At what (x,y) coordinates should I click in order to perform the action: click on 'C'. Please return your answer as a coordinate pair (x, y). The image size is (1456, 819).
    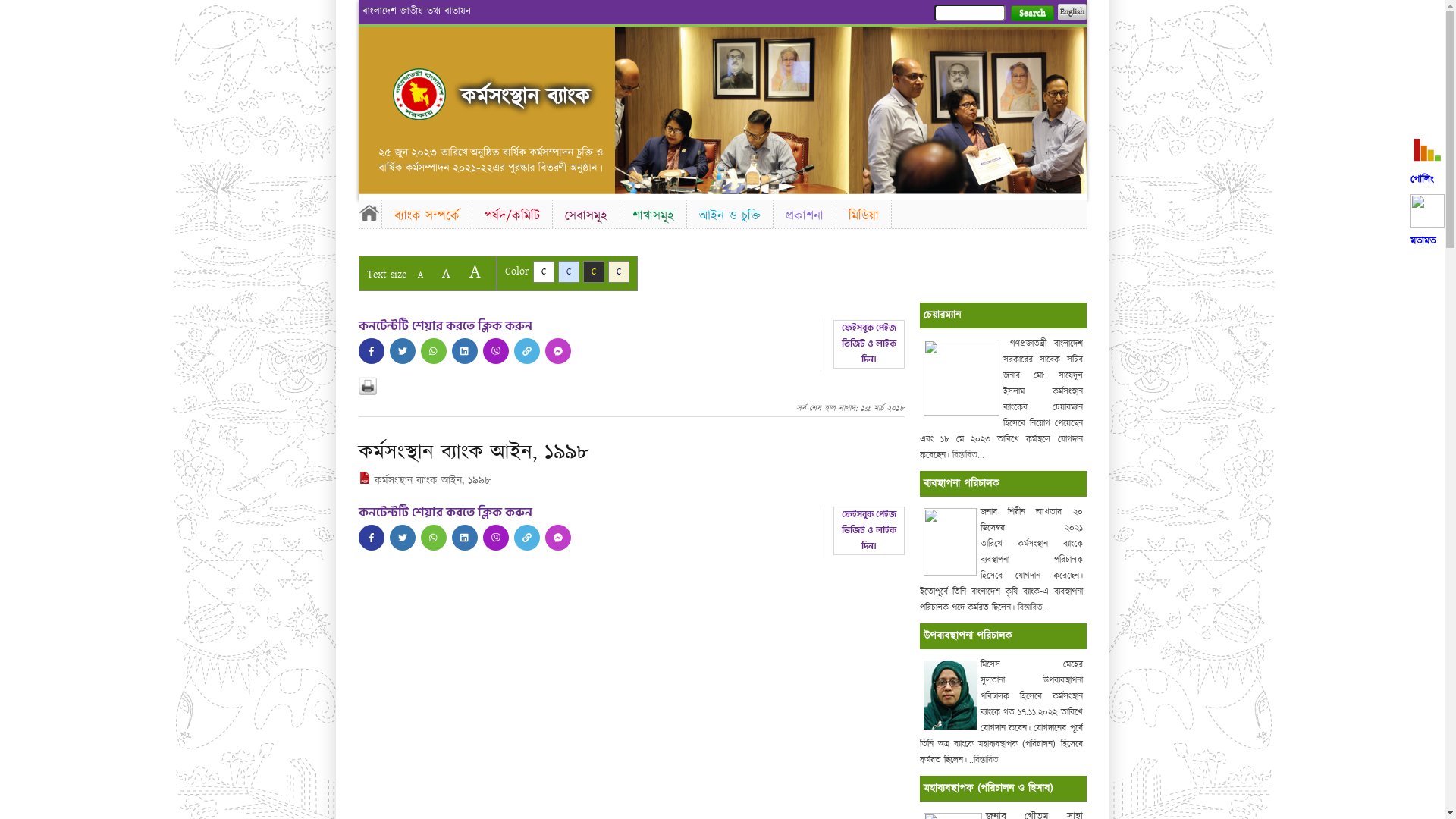
    Looking at the image, I should click on (619, 271).